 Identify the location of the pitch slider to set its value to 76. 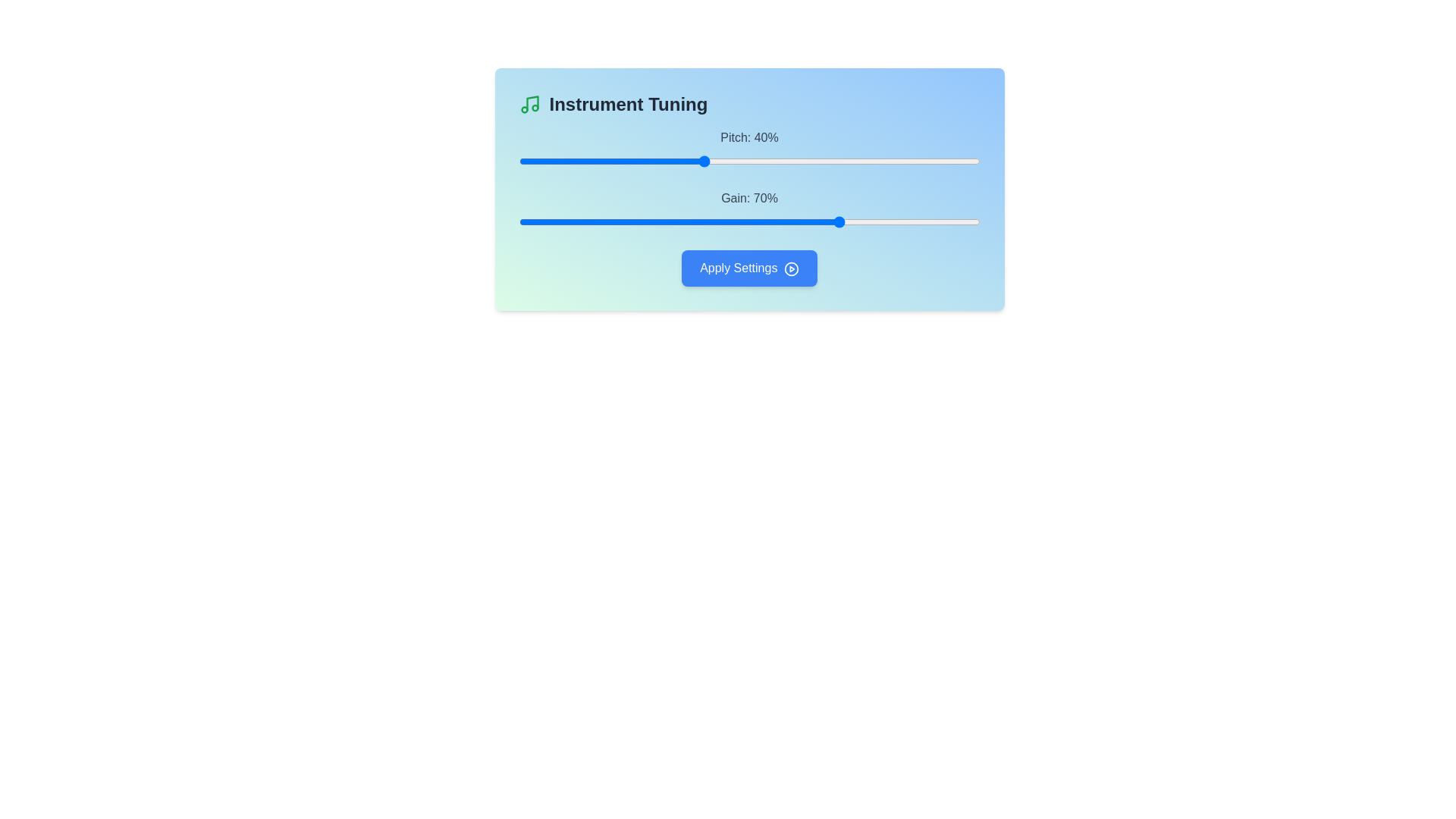
(869, 161).